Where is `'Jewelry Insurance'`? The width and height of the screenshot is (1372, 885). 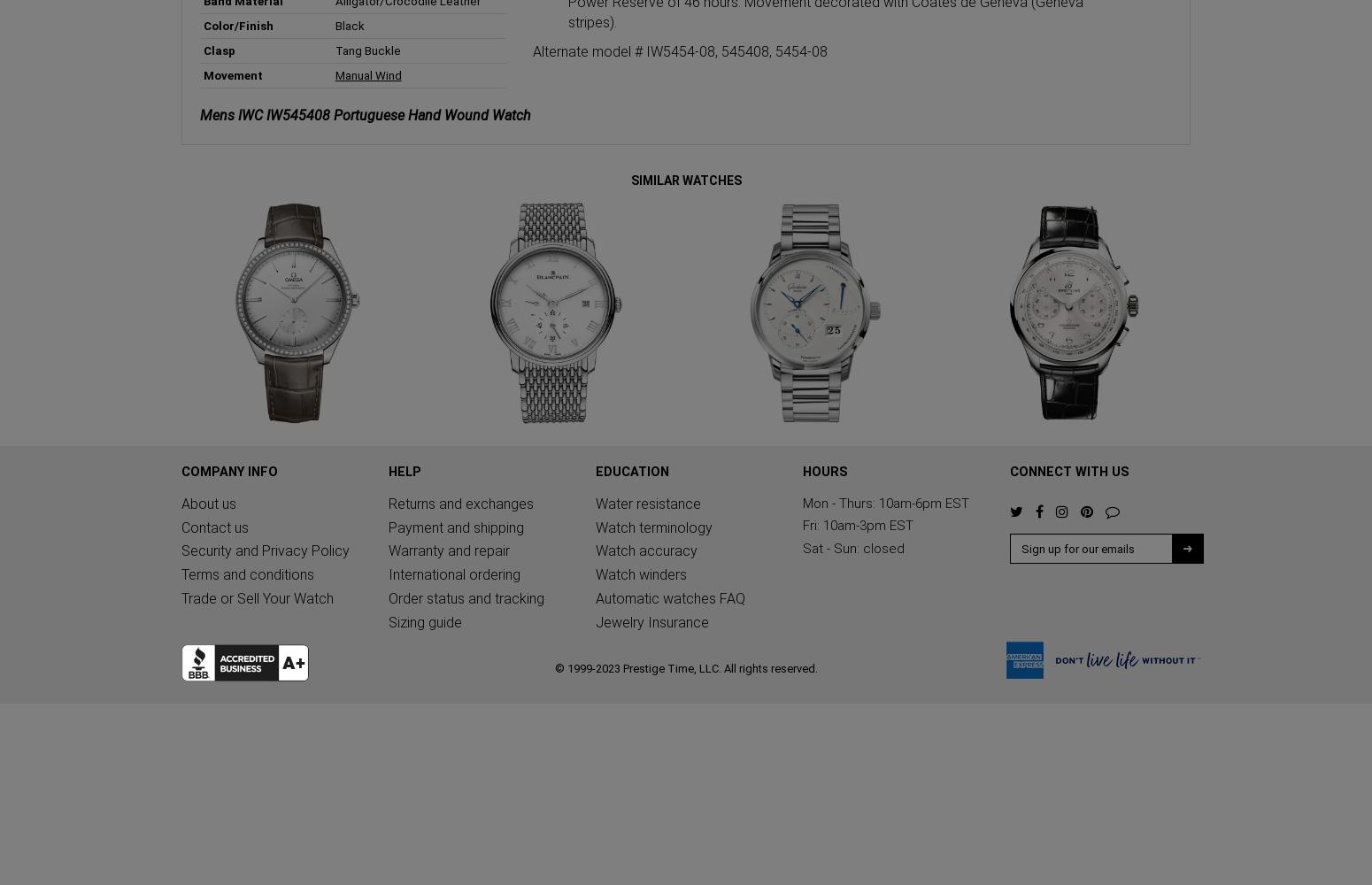 'Jewelry Insurance' is located at coordinates (652, 621).